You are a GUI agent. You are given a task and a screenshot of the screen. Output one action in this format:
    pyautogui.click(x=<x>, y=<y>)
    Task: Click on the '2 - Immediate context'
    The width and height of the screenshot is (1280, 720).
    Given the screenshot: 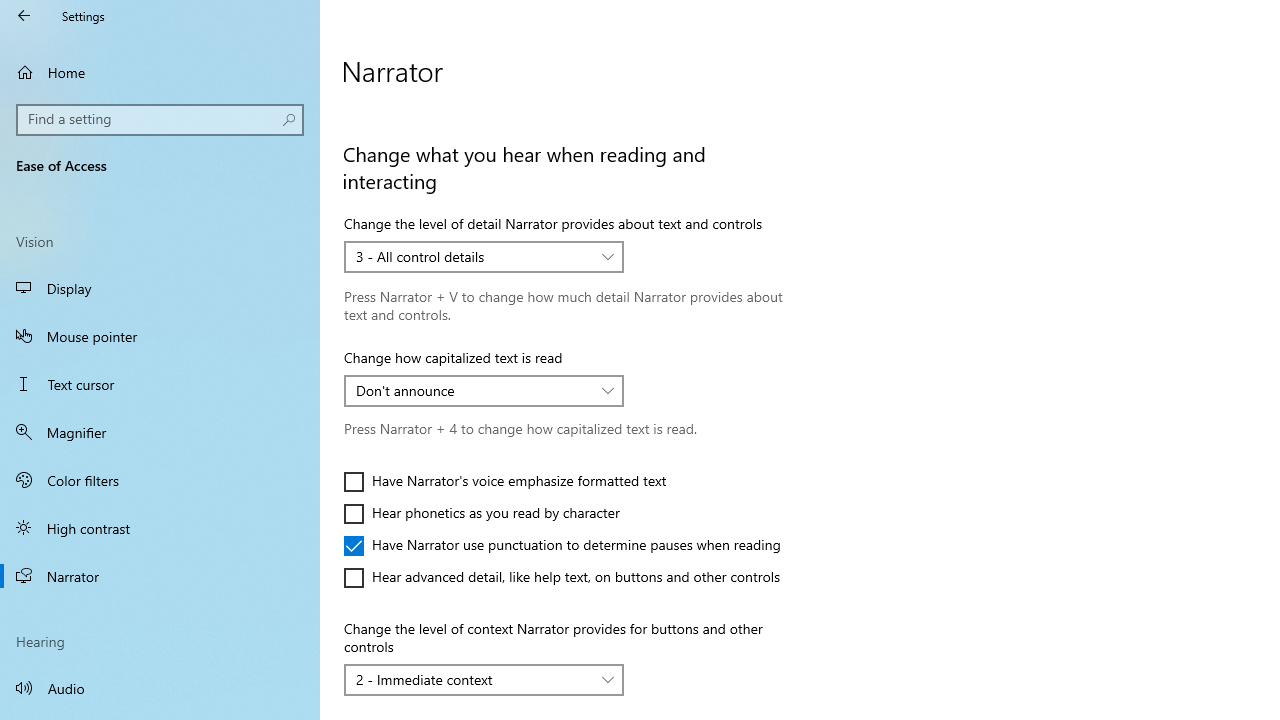 What is the action you would take?
    pyautogui.click(x=472, y=678)
    